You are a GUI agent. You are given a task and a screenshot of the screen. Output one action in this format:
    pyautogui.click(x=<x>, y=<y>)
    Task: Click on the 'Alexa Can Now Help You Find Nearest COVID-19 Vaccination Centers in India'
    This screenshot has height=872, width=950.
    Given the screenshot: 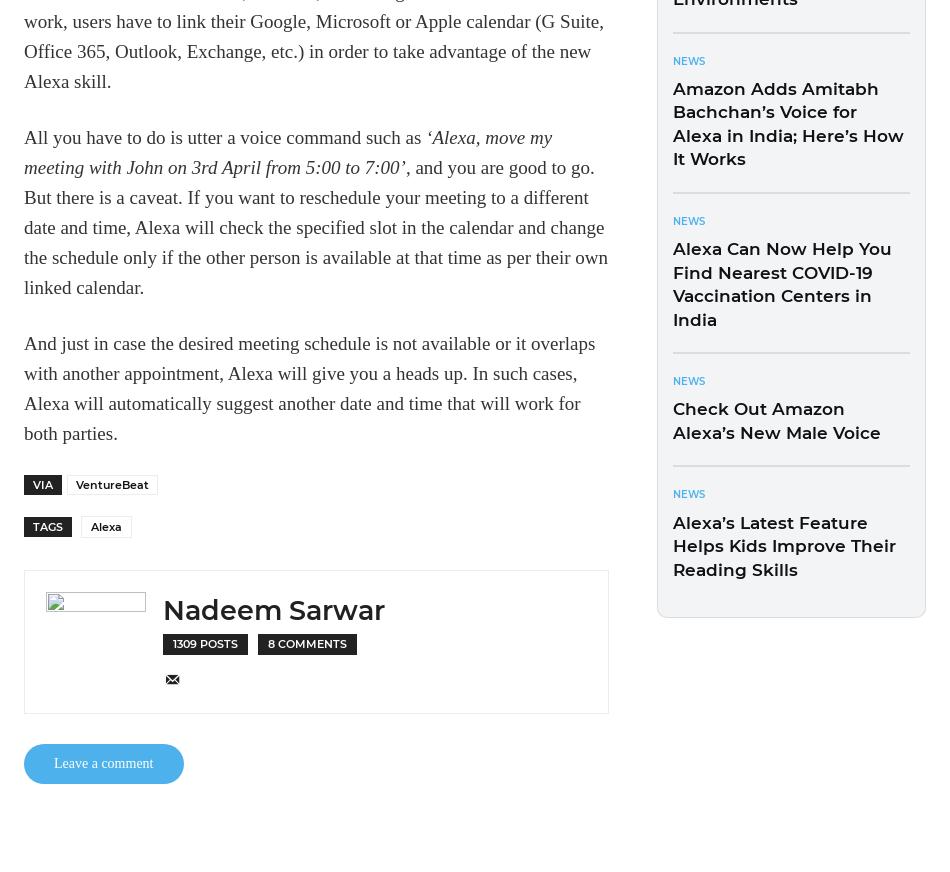 What is the action you would take?
    pyautogui.click(x=781, y=283)
    